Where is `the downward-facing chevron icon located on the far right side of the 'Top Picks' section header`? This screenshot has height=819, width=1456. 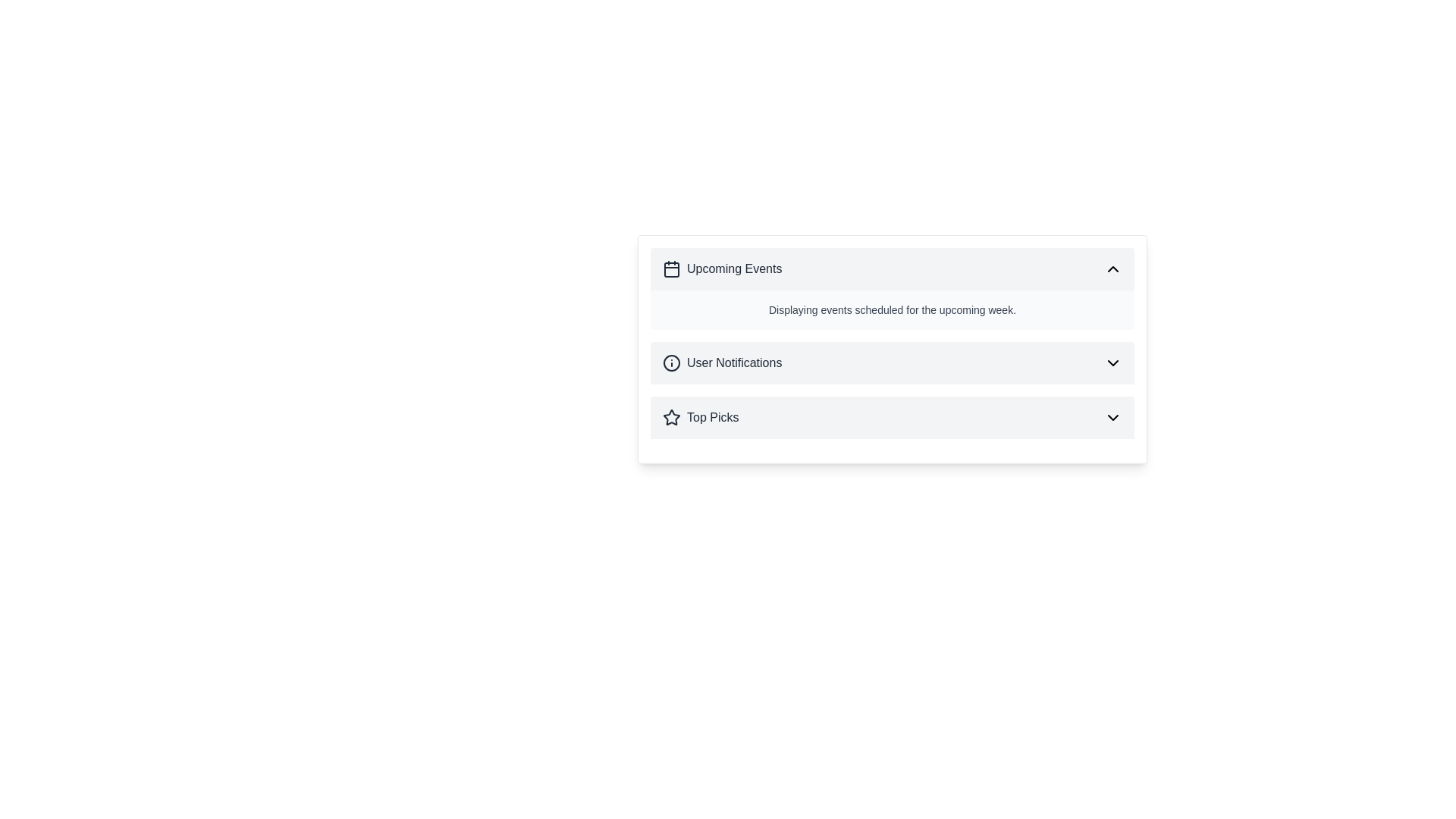
the downward-facing chevron icon located on the far right side of the 'Top Picks' section header is located at coordinates (1113, 418).